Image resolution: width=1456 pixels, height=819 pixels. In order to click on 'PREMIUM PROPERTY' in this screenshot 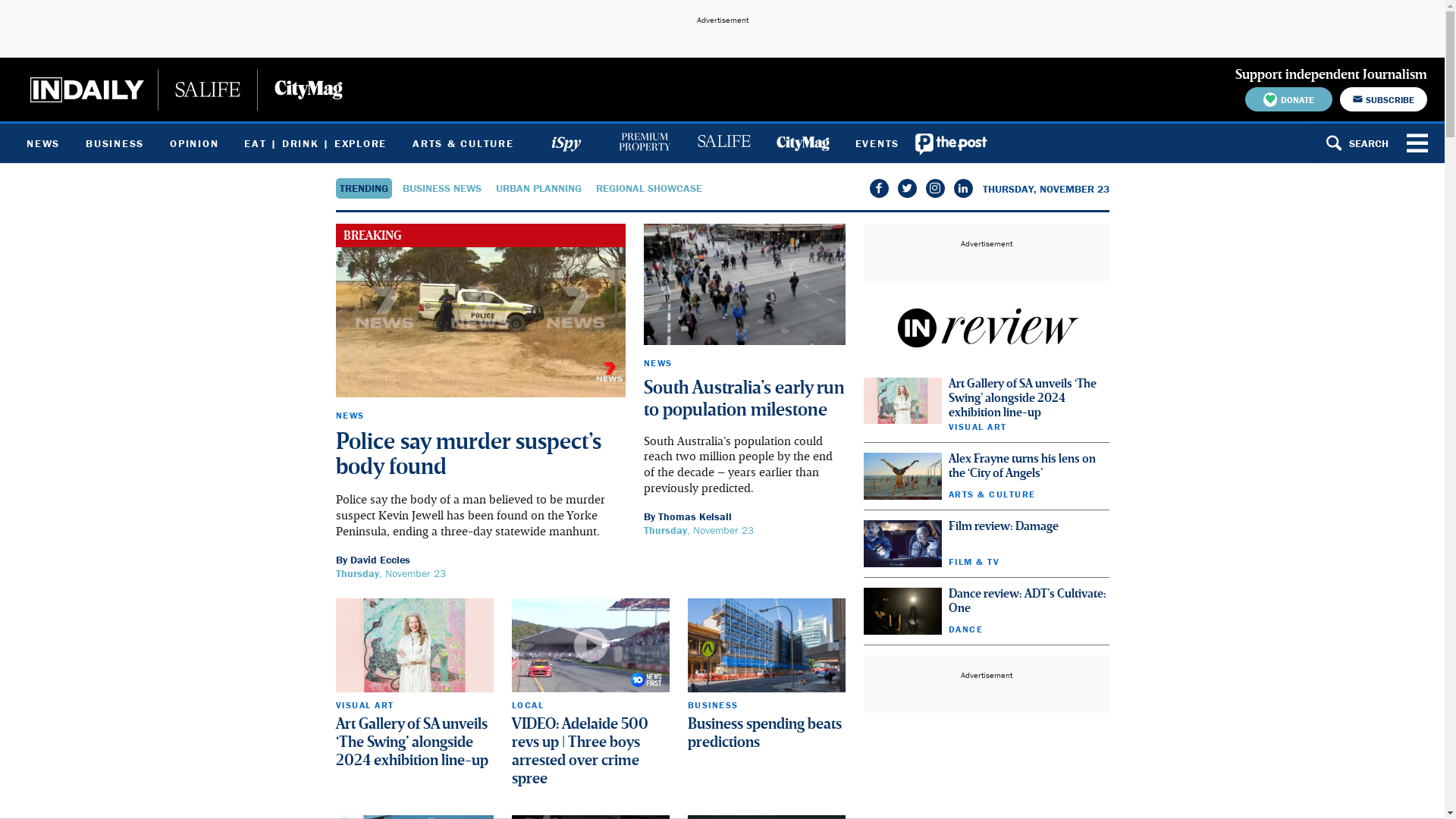, I will do `click(644, 143)`.